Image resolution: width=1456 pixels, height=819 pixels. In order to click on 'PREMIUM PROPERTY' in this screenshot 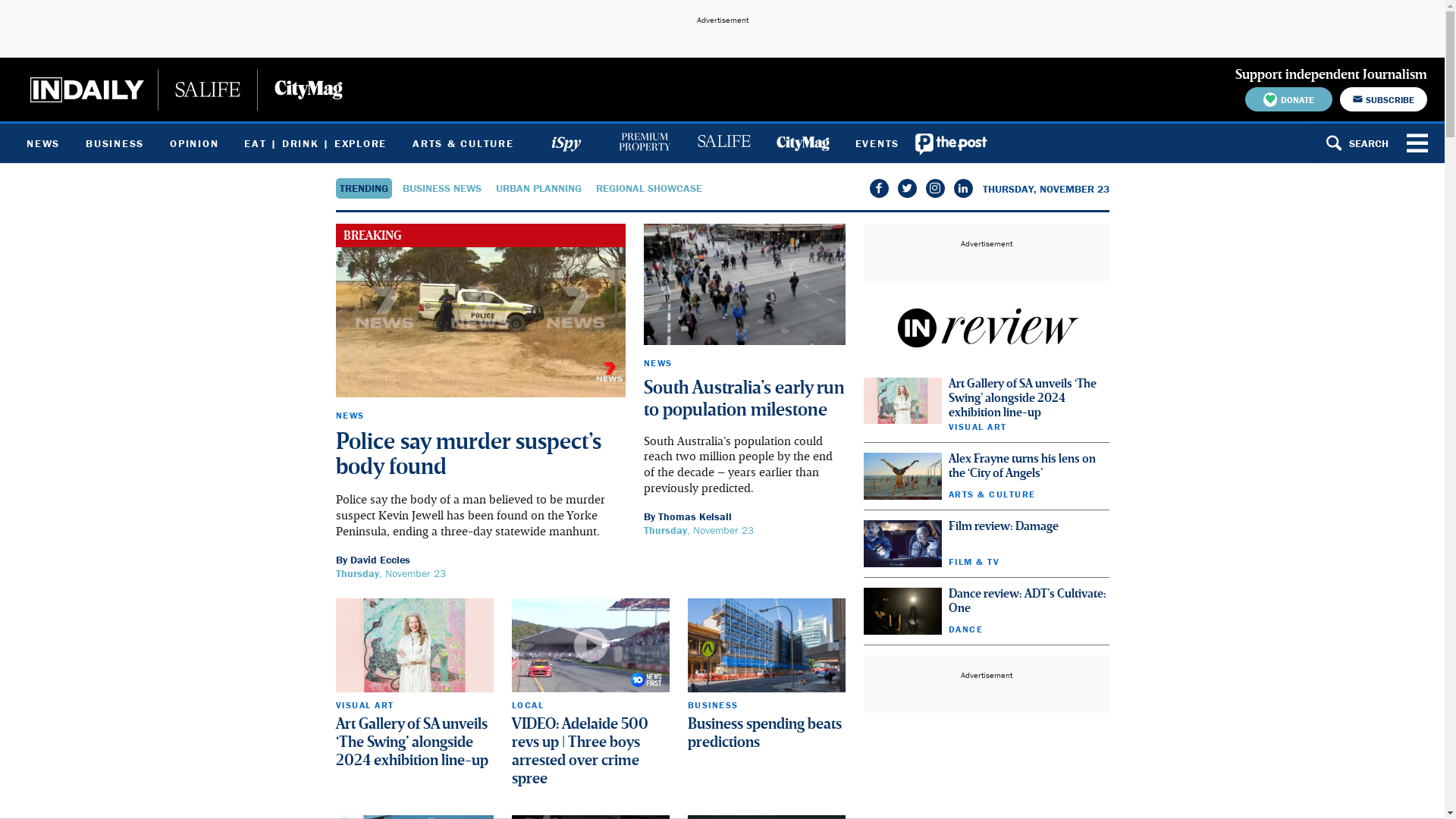, I will do `click(644, 143)`.